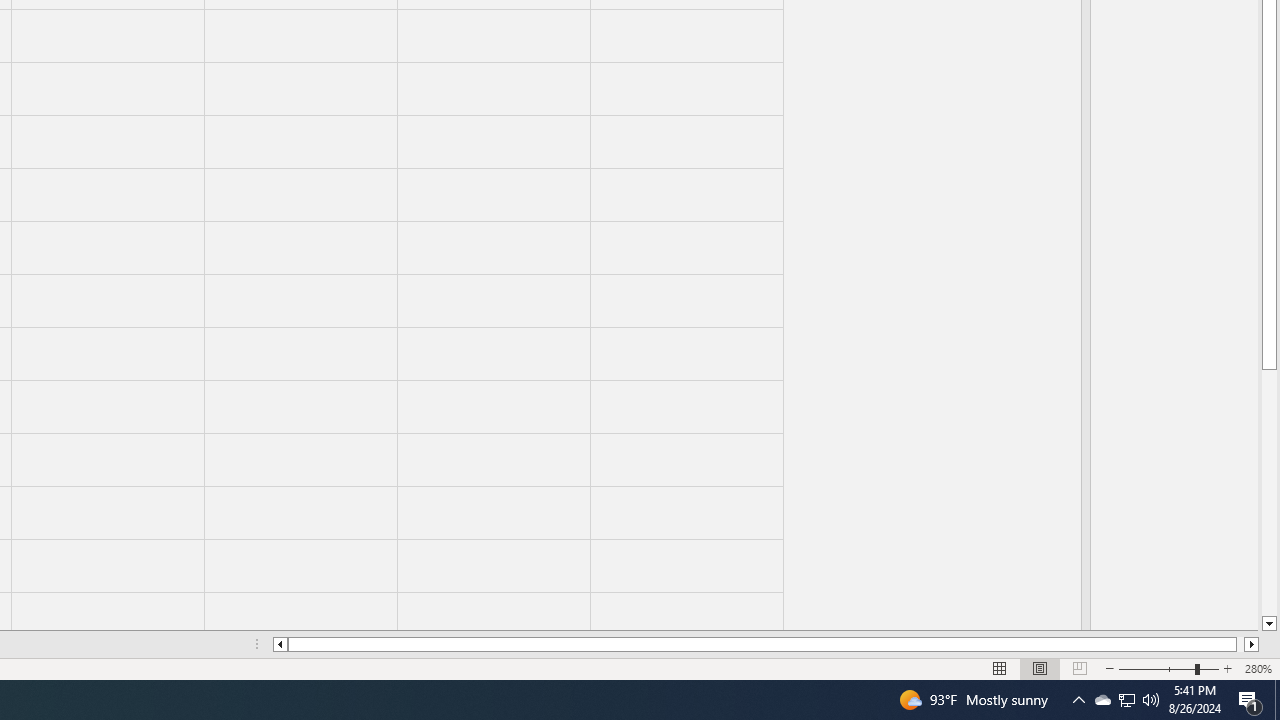  Describe the element at coordinates (1000, 669) in the screenshot. I see `'Normal'` at that location.